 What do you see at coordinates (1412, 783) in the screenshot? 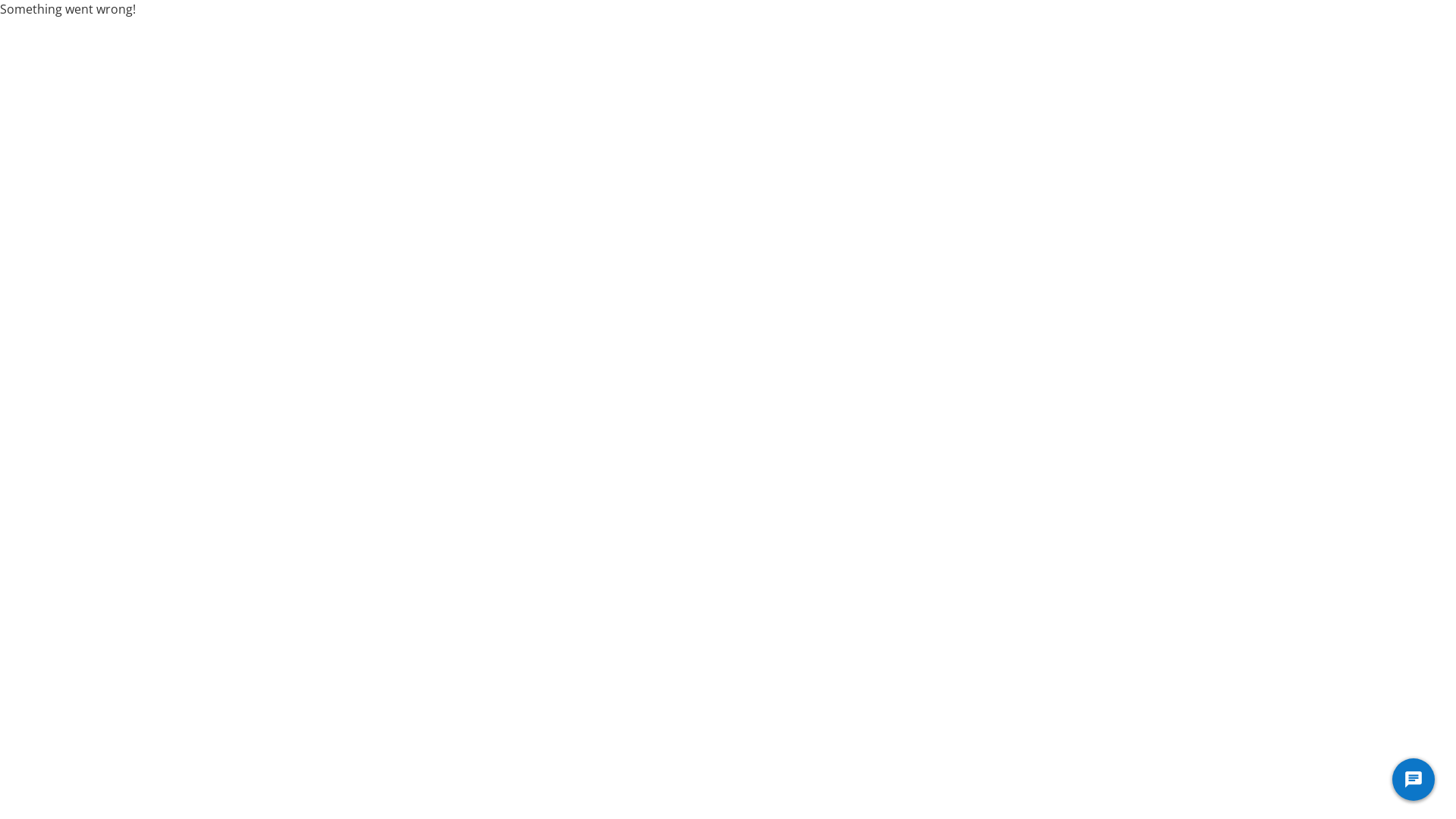
I see `'Genesys Messenger Launcher'` at bounding box center [1412, 783].